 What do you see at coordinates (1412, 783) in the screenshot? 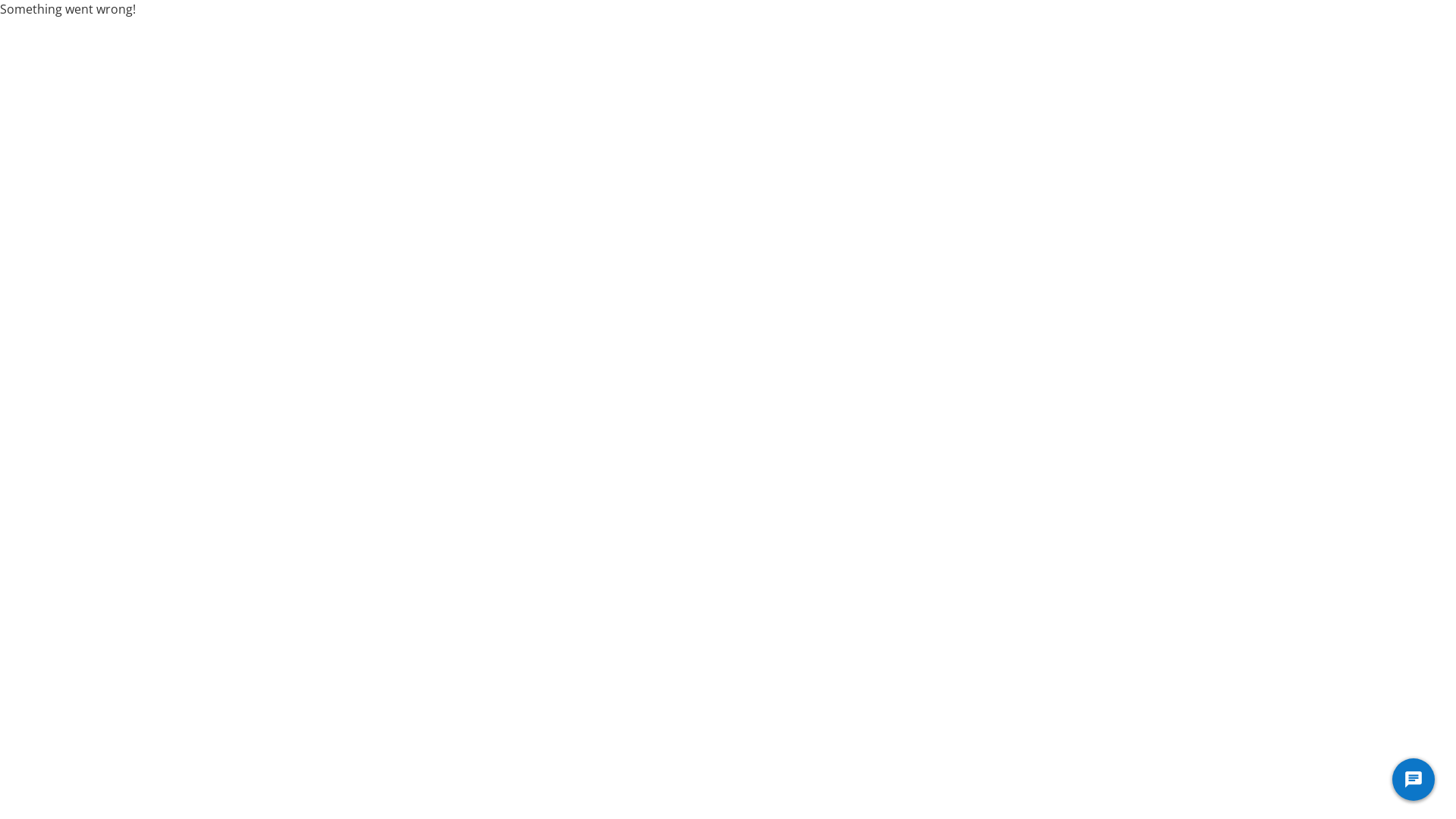
I see `'Genesys Messenger Launcher'` at bounding box center [1412, 783].